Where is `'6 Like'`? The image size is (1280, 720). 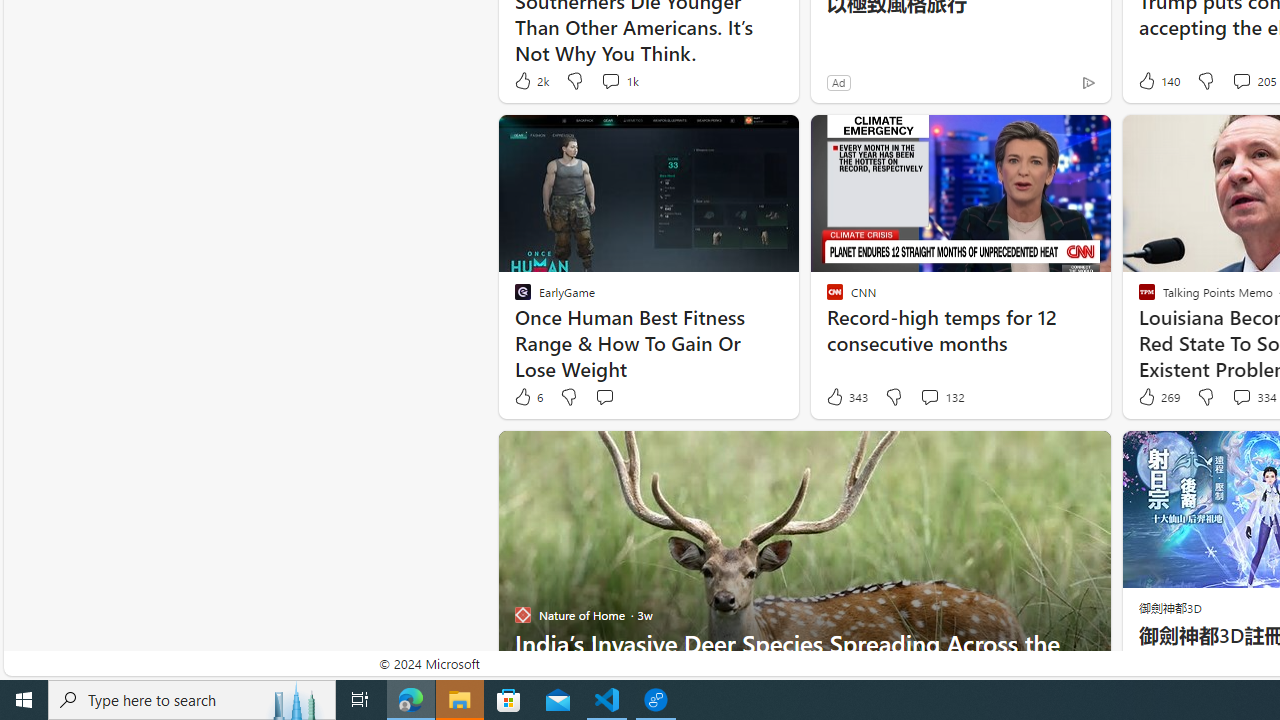
'6 Like' is located at coordinates (527, 397).